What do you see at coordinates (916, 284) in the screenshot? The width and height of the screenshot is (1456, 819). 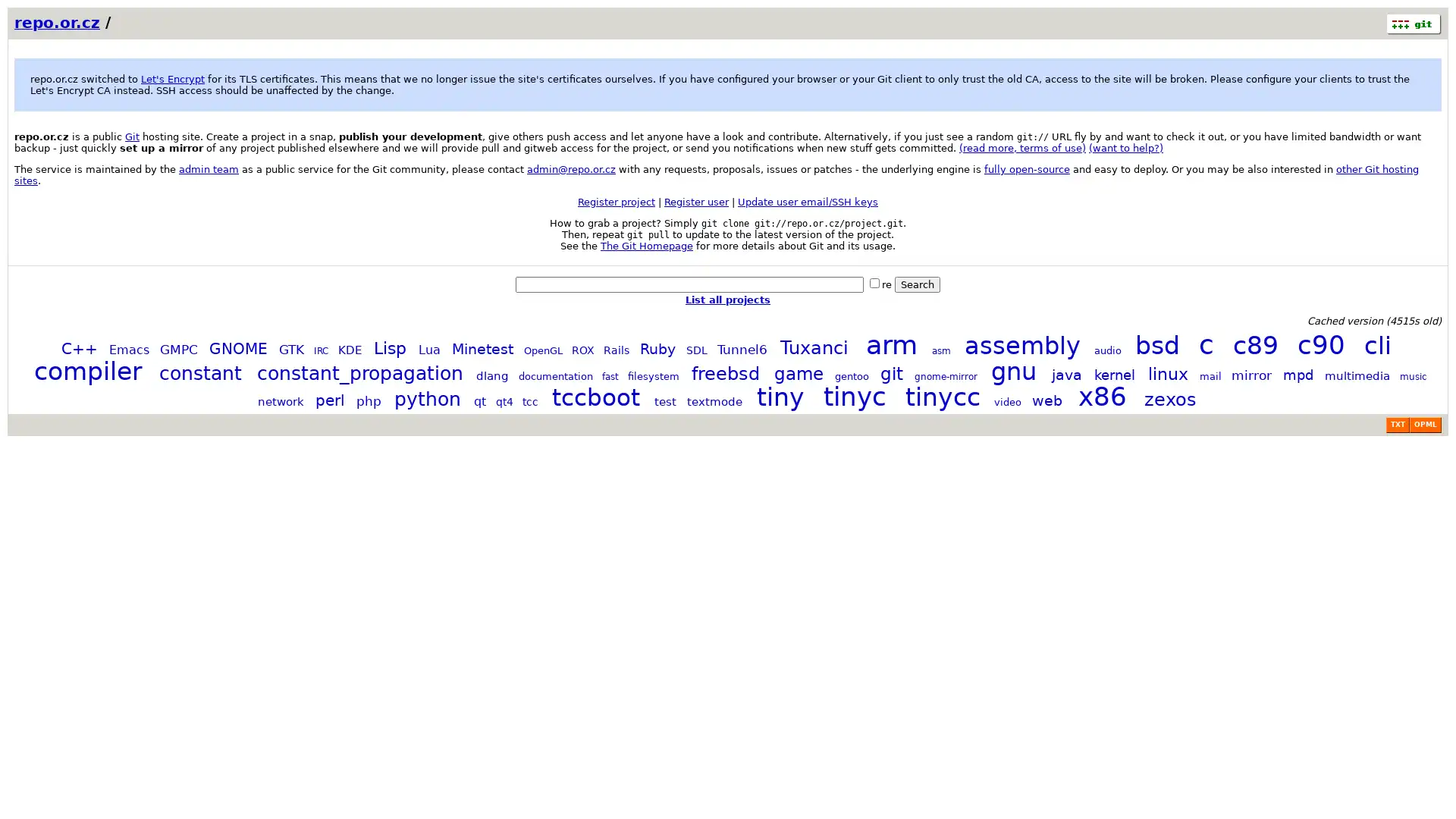 I see `Search` at bounding box center [916, 284].